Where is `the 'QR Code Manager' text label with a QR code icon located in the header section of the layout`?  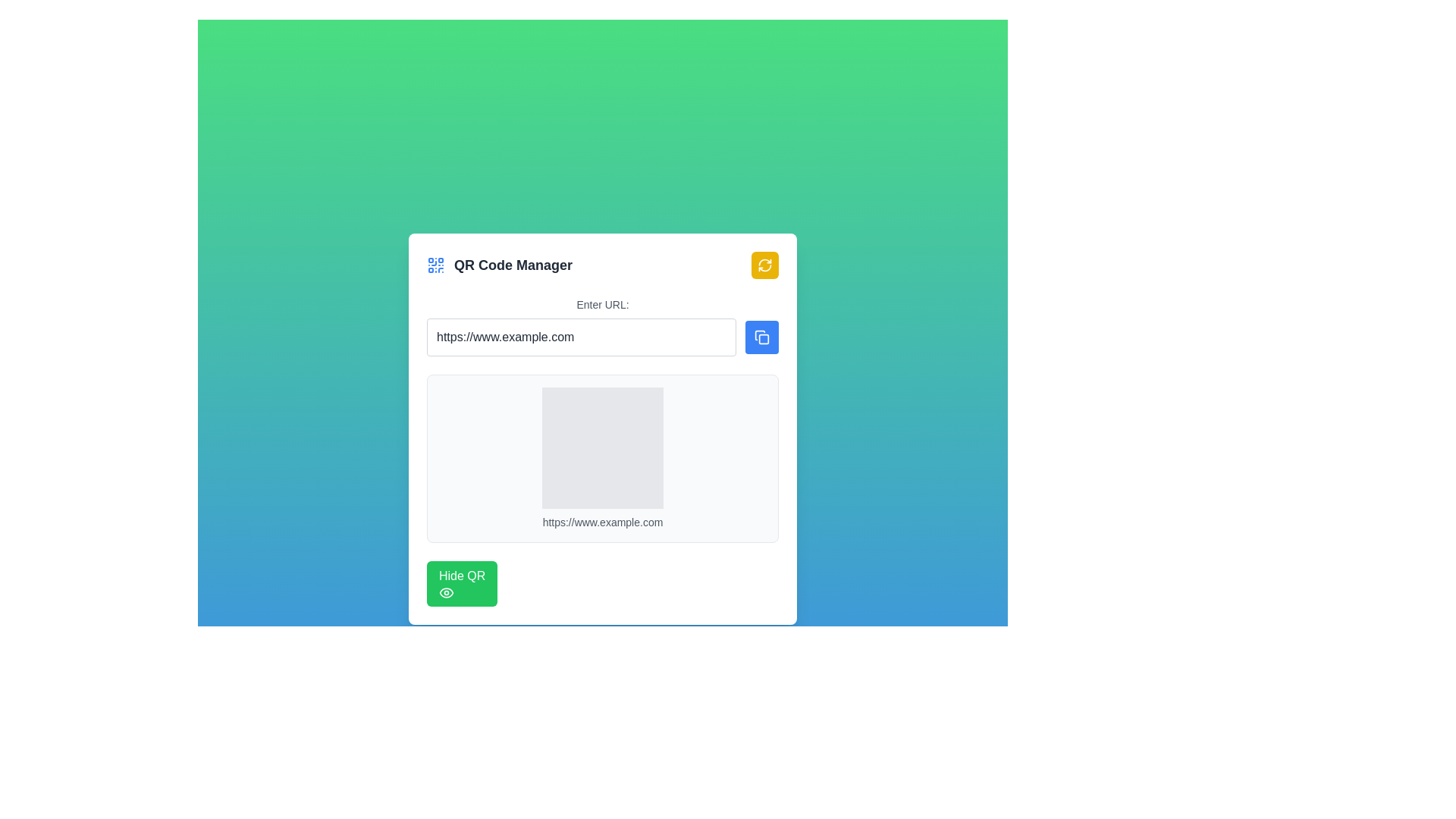 the 'QR Code Manager' text label with a QR code icon located in the header section of the layout is located at coordinates (499, 265).